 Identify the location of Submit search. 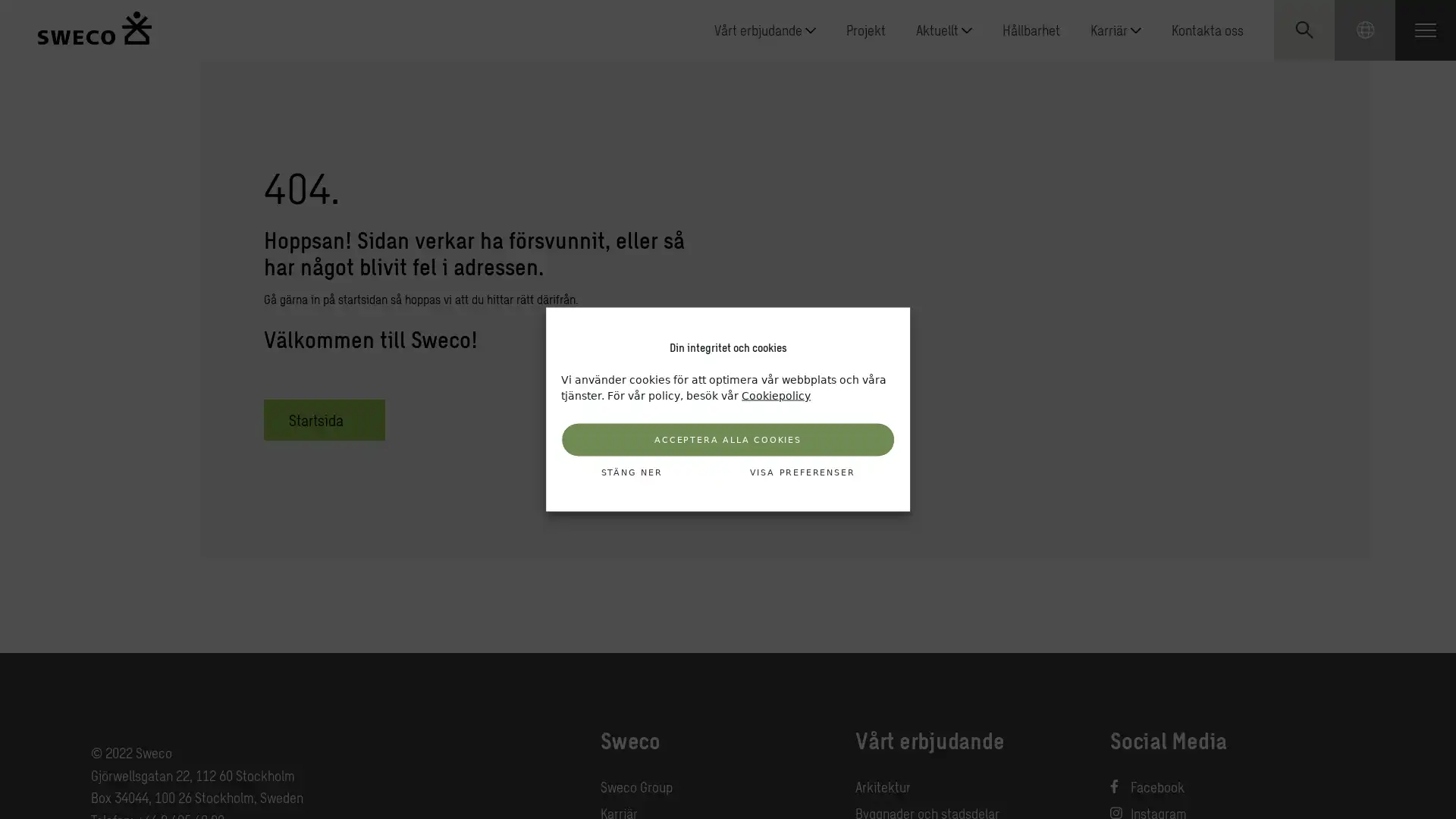
(1332, 167).